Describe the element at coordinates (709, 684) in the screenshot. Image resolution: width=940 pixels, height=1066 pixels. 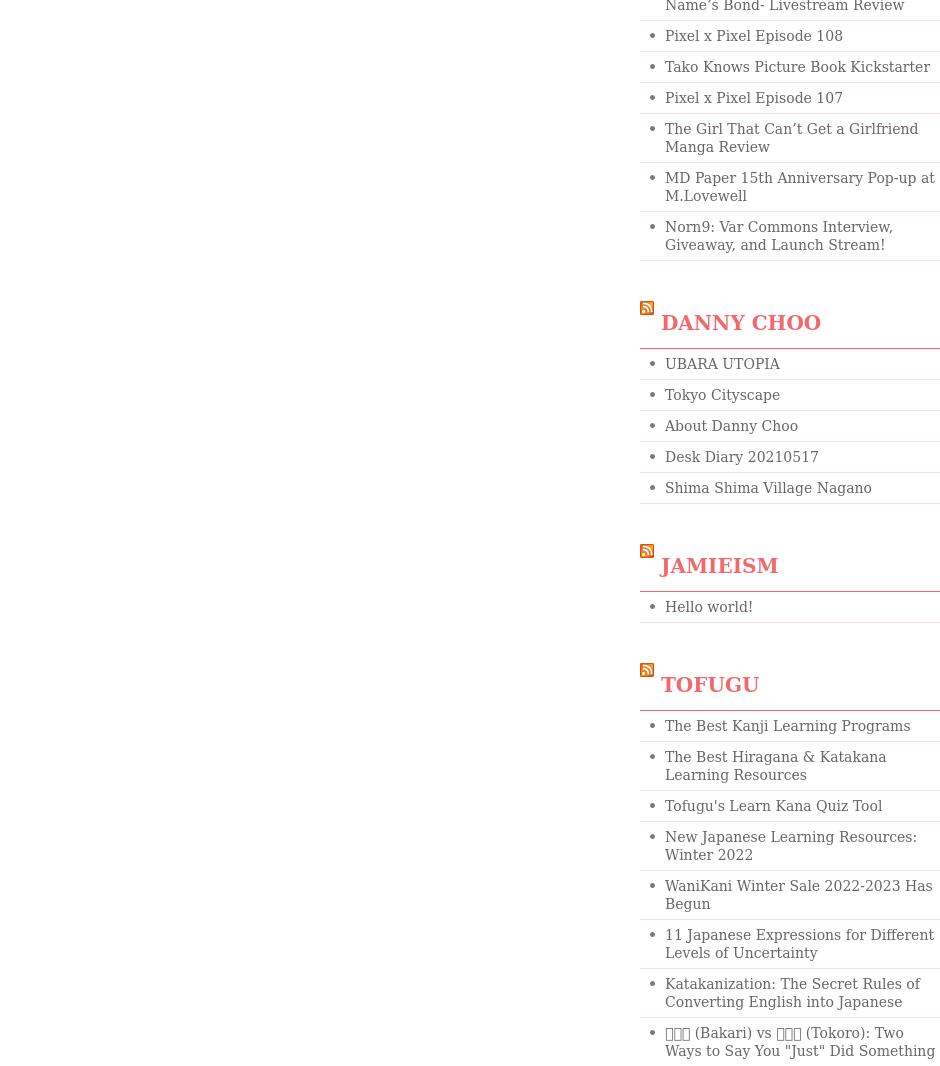
I see `'Tofugu'` at that location.